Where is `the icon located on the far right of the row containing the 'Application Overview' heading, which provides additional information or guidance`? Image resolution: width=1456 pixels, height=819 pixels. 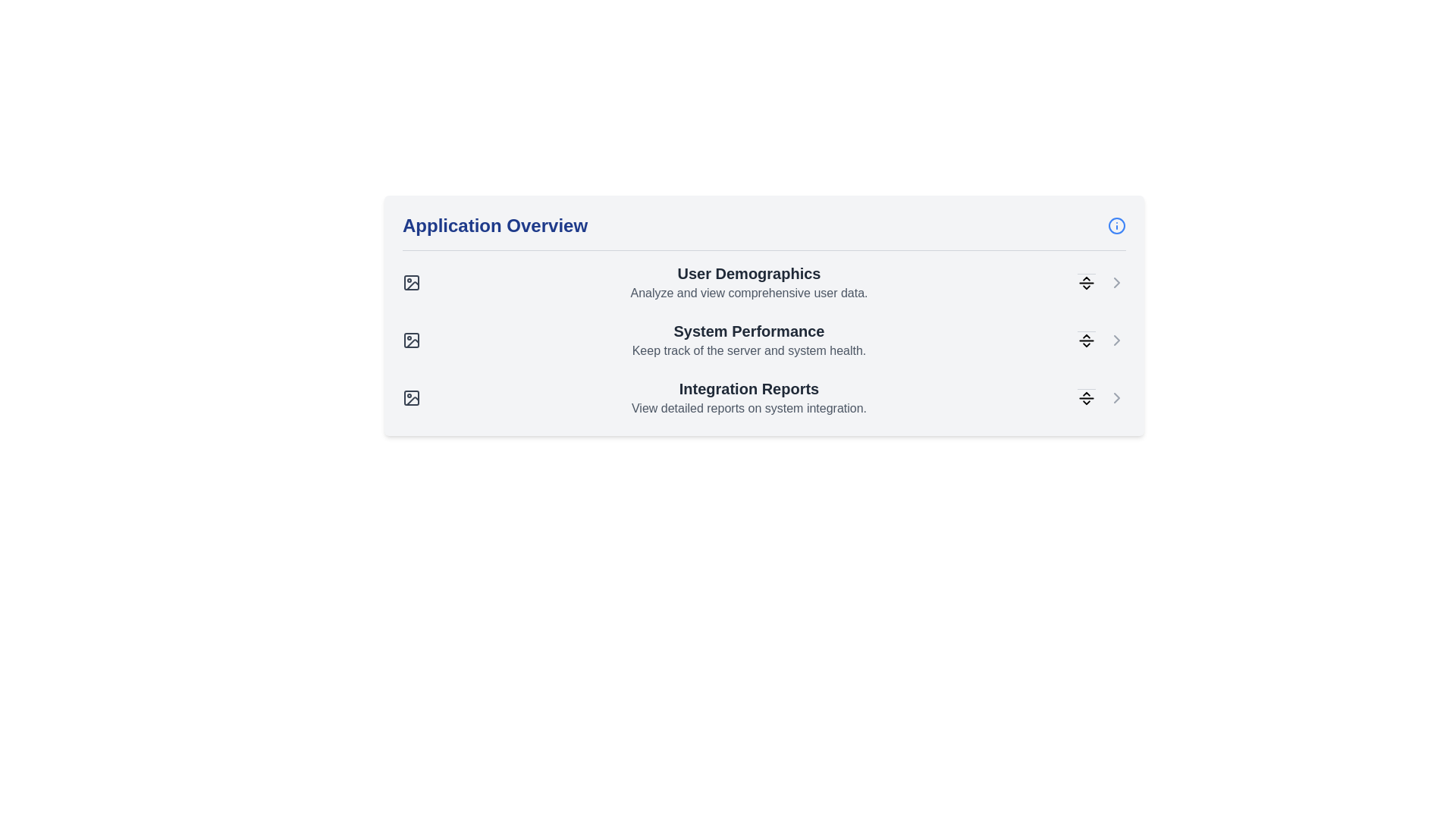 the icon located on the far right of the row containing the 'Application Overview' heading, which provides additional information or guidance is located at coordinates (1117, 225).